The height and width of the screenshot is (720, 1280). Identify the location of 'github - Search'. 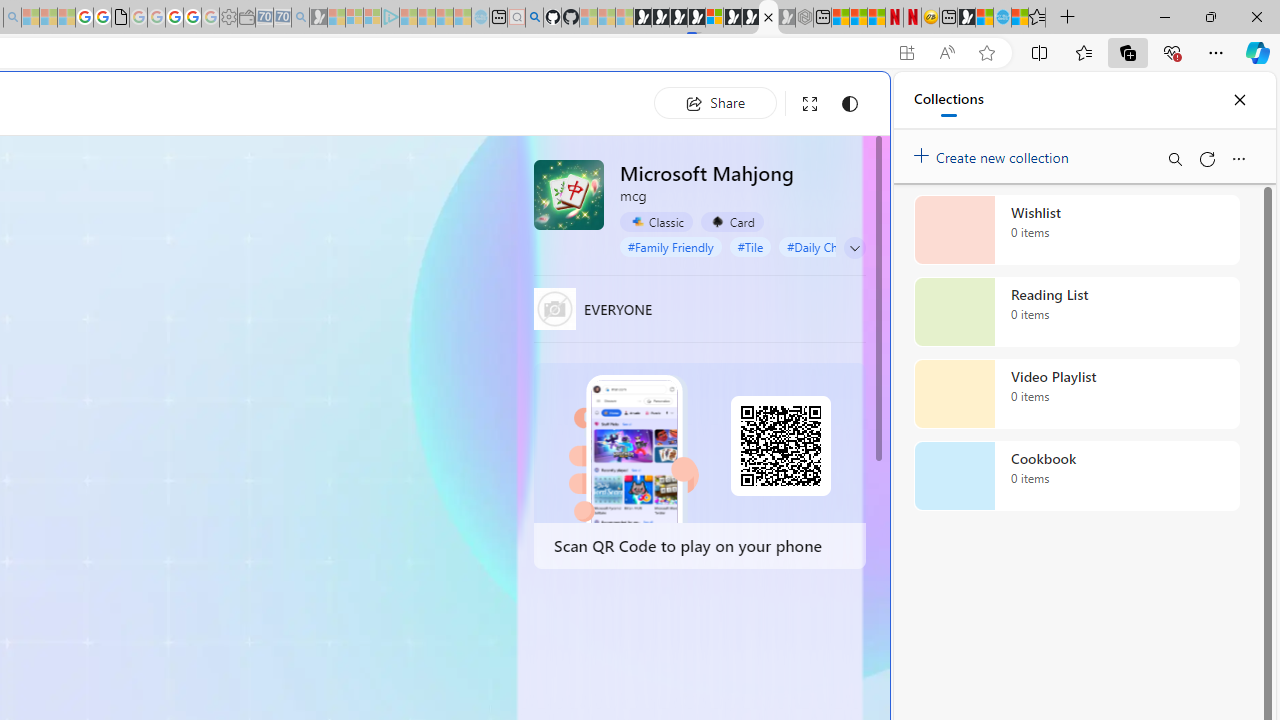
(534, 17).